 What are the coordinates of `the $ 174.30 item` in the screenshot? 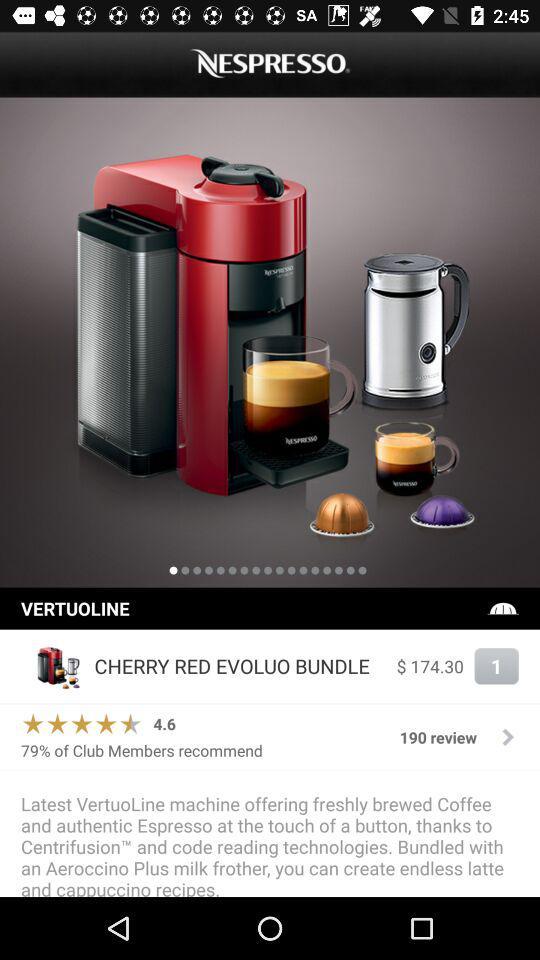 It's located at (429, 666).